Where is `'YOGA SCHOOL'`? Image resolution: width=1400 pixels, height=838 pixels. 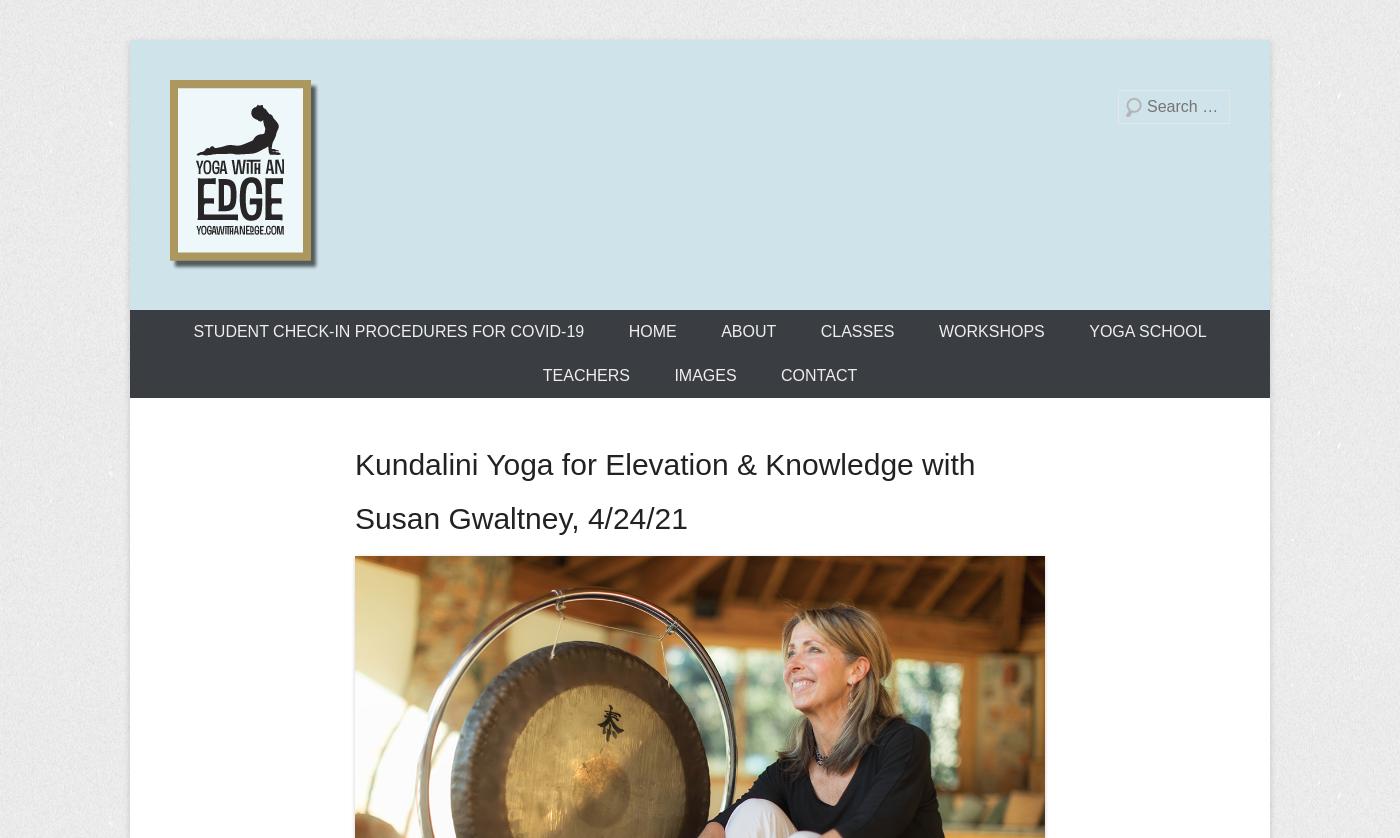 'YOGA SCHOOL' is located at coordinates (1147, 330).